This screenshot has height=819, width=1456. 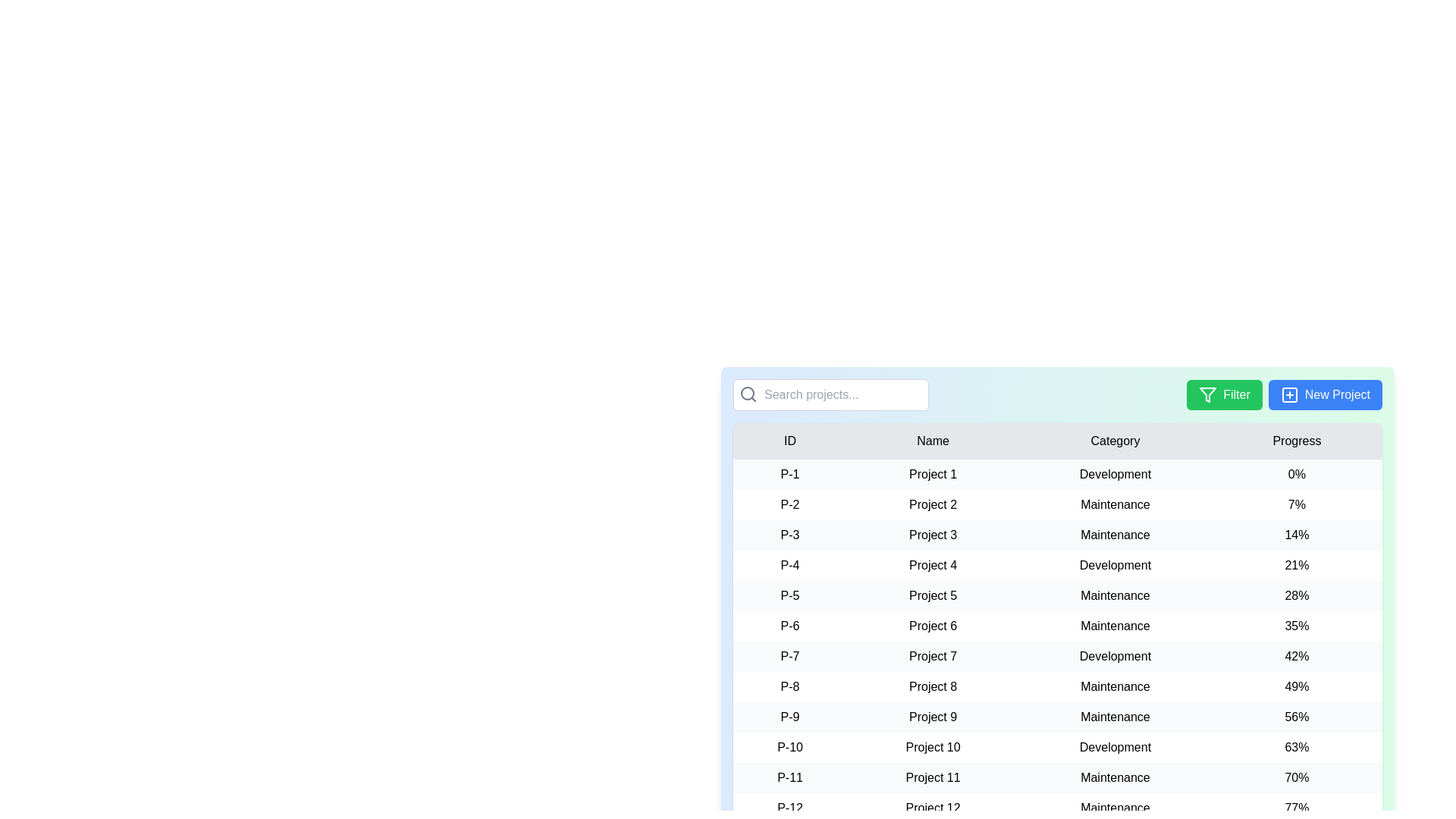 I want to click on 'New Project' button to add a new project, so click(x=1324, y=394).